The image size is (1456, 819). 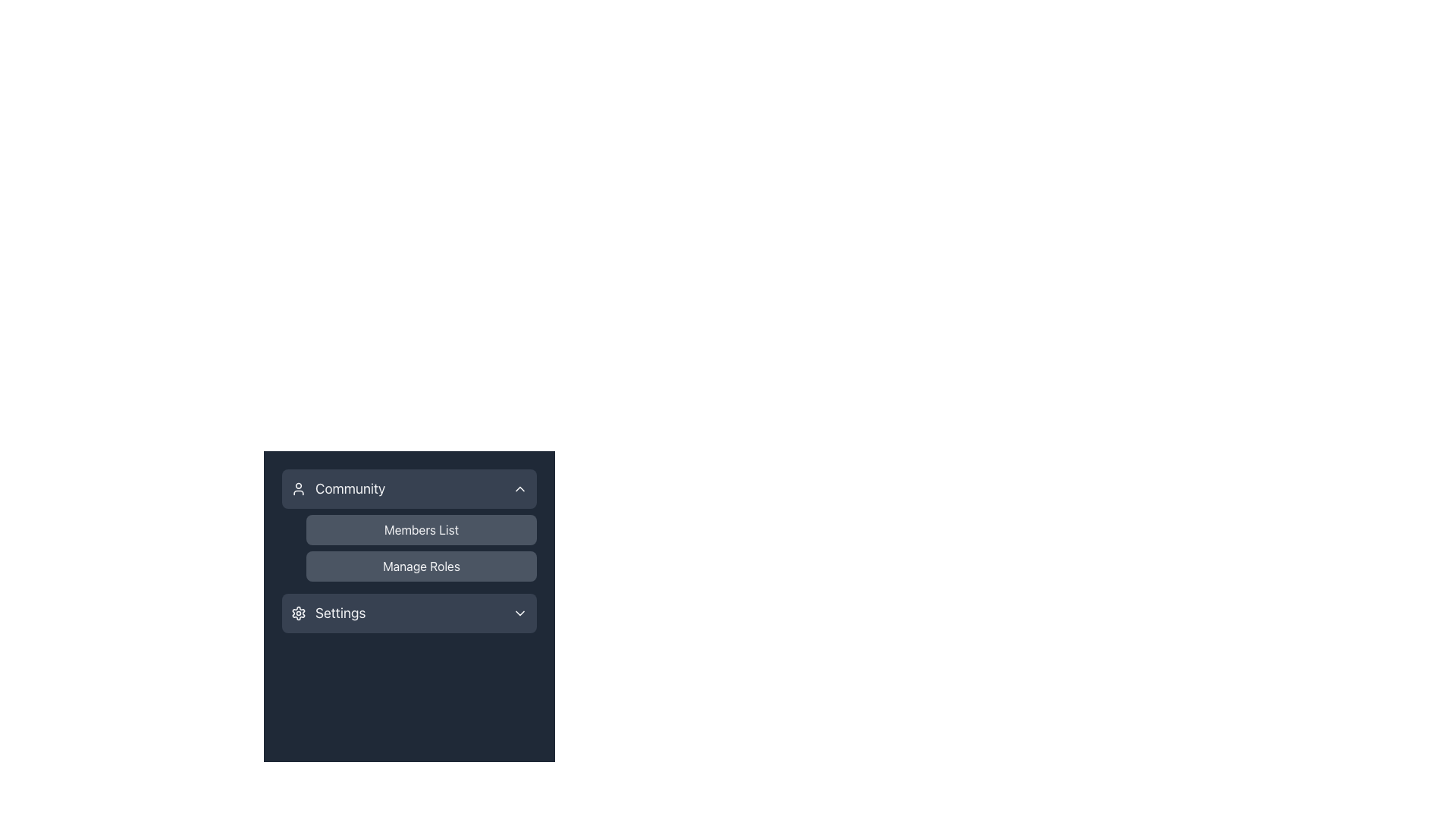 I want to click on the downward-facing chevron icon located on the right side of the 'Community' block, so click(x=520, y=488).